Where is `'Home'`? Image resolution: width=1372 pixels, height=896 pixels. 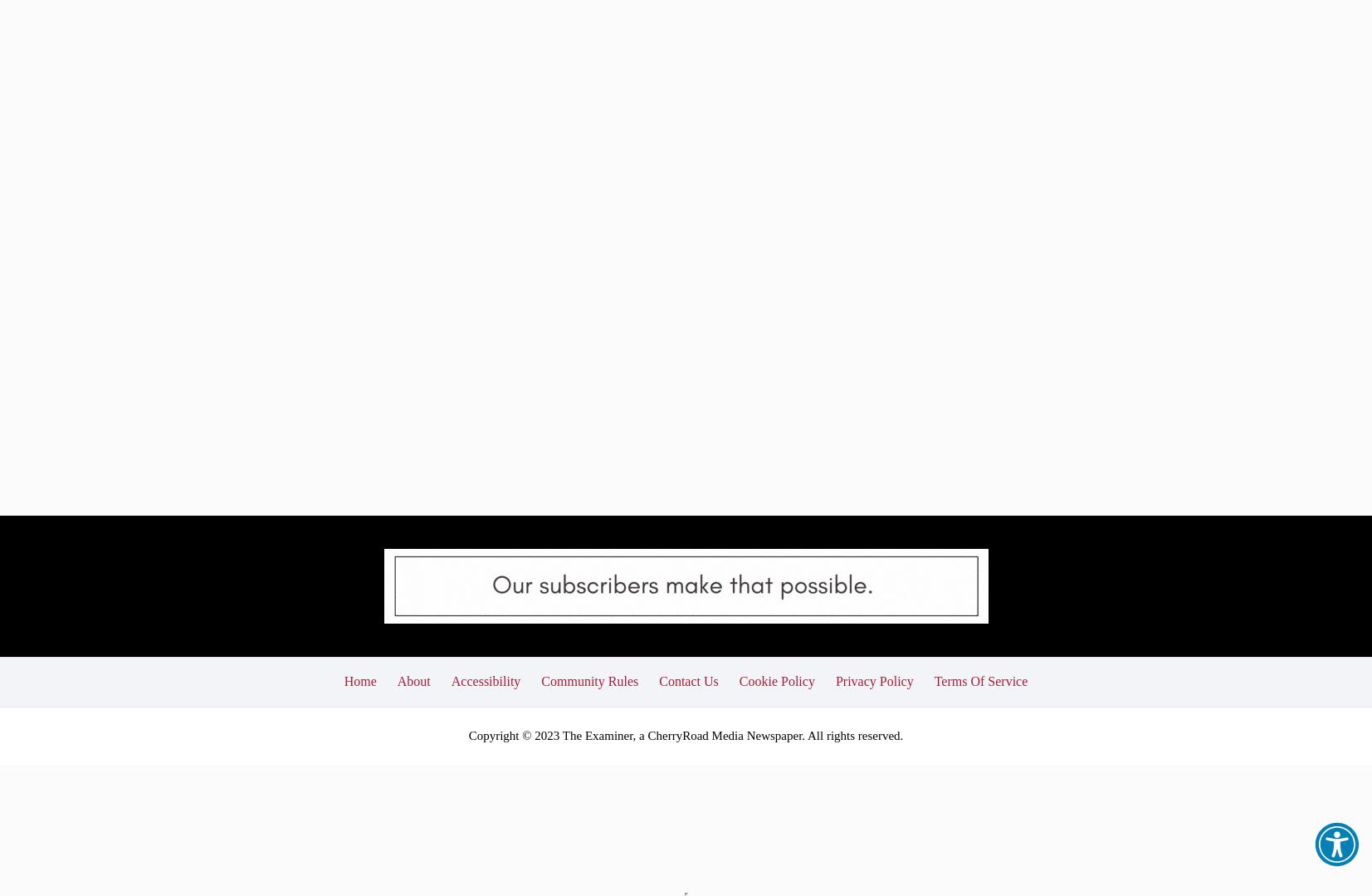 'Home' is located at coordinates (359, 565).